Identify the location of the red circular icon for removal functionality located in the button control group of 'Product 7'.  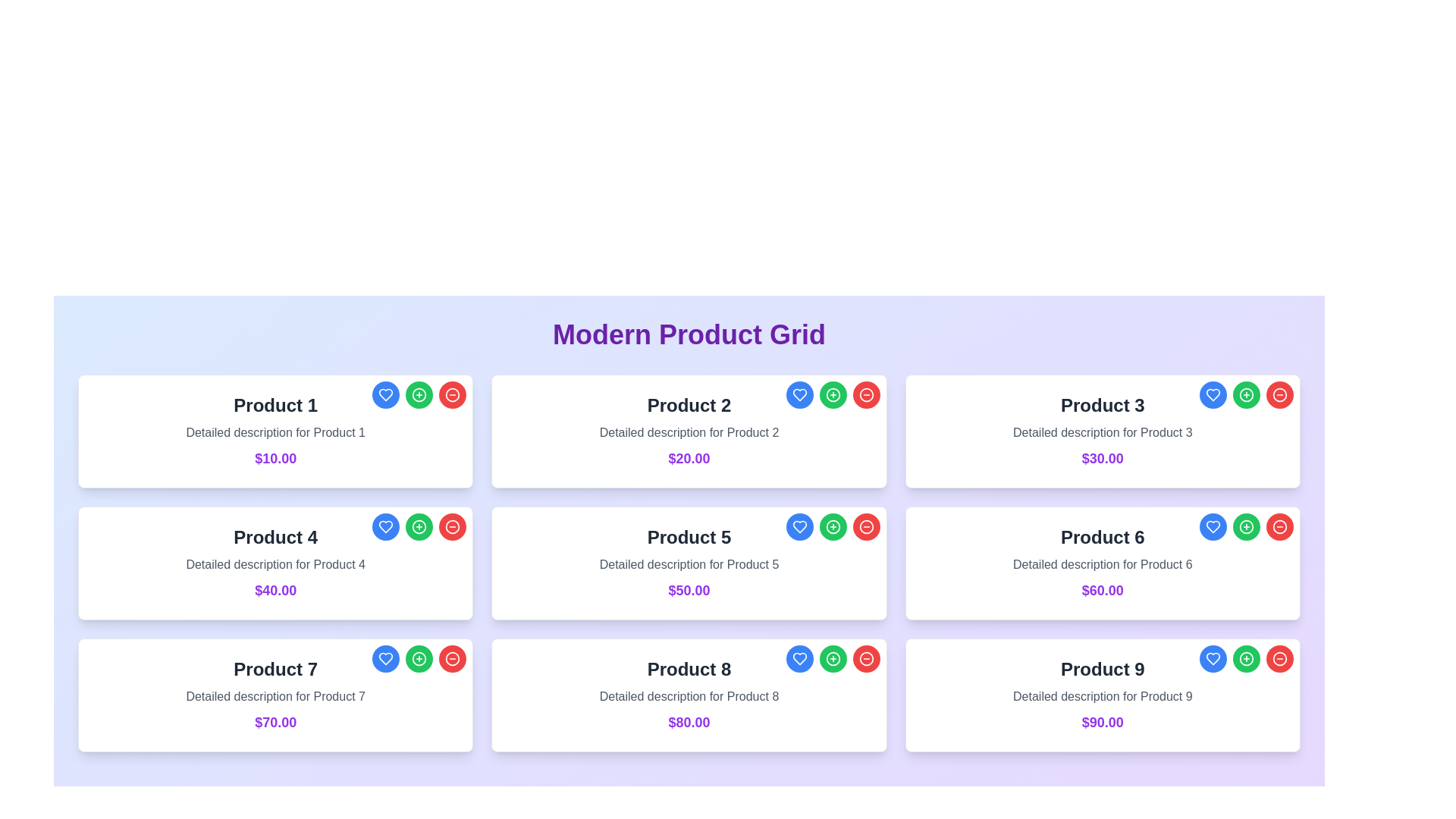
(451, 657).